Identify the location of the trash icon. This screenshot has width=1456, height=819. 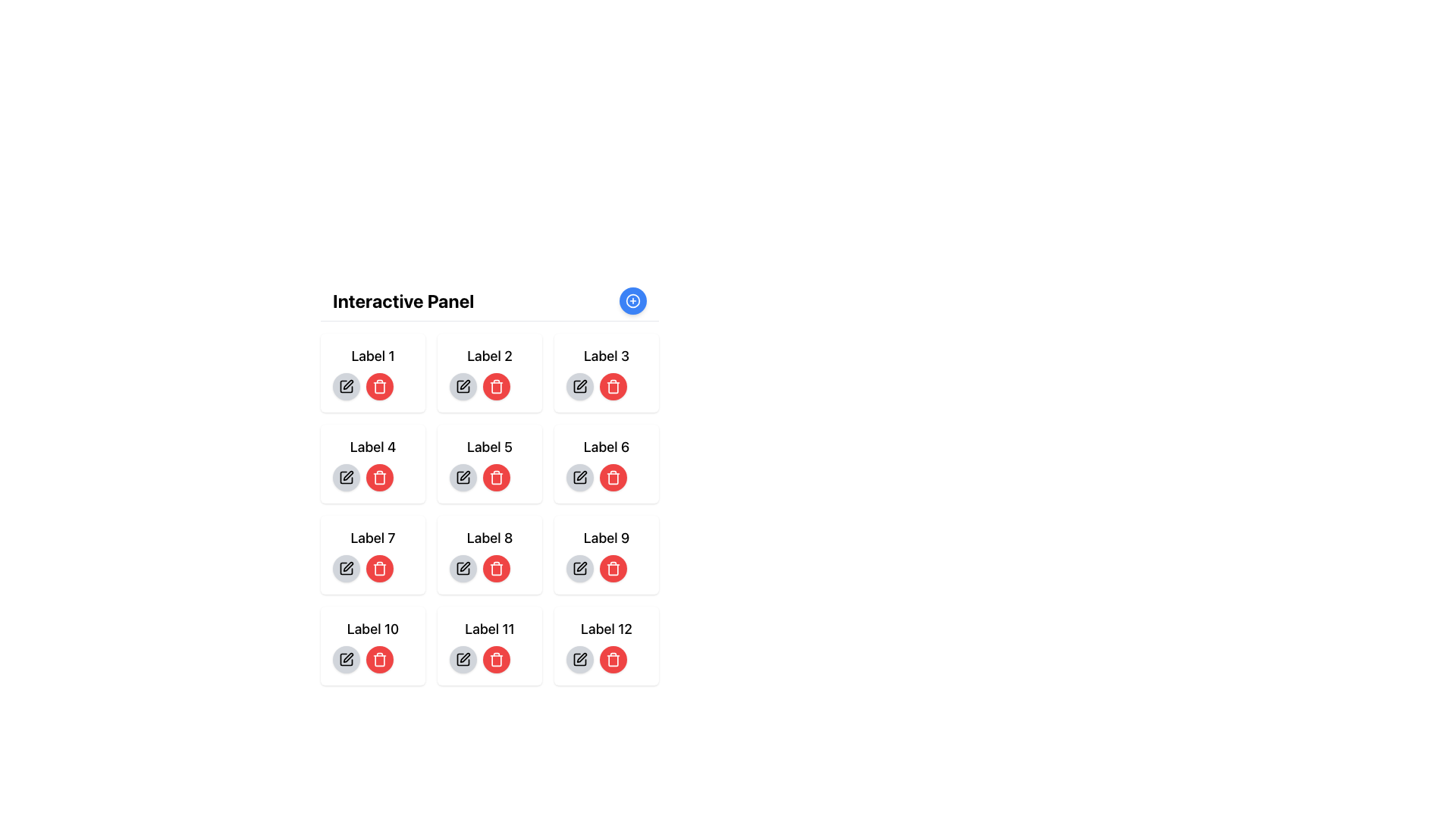
(496, 660).